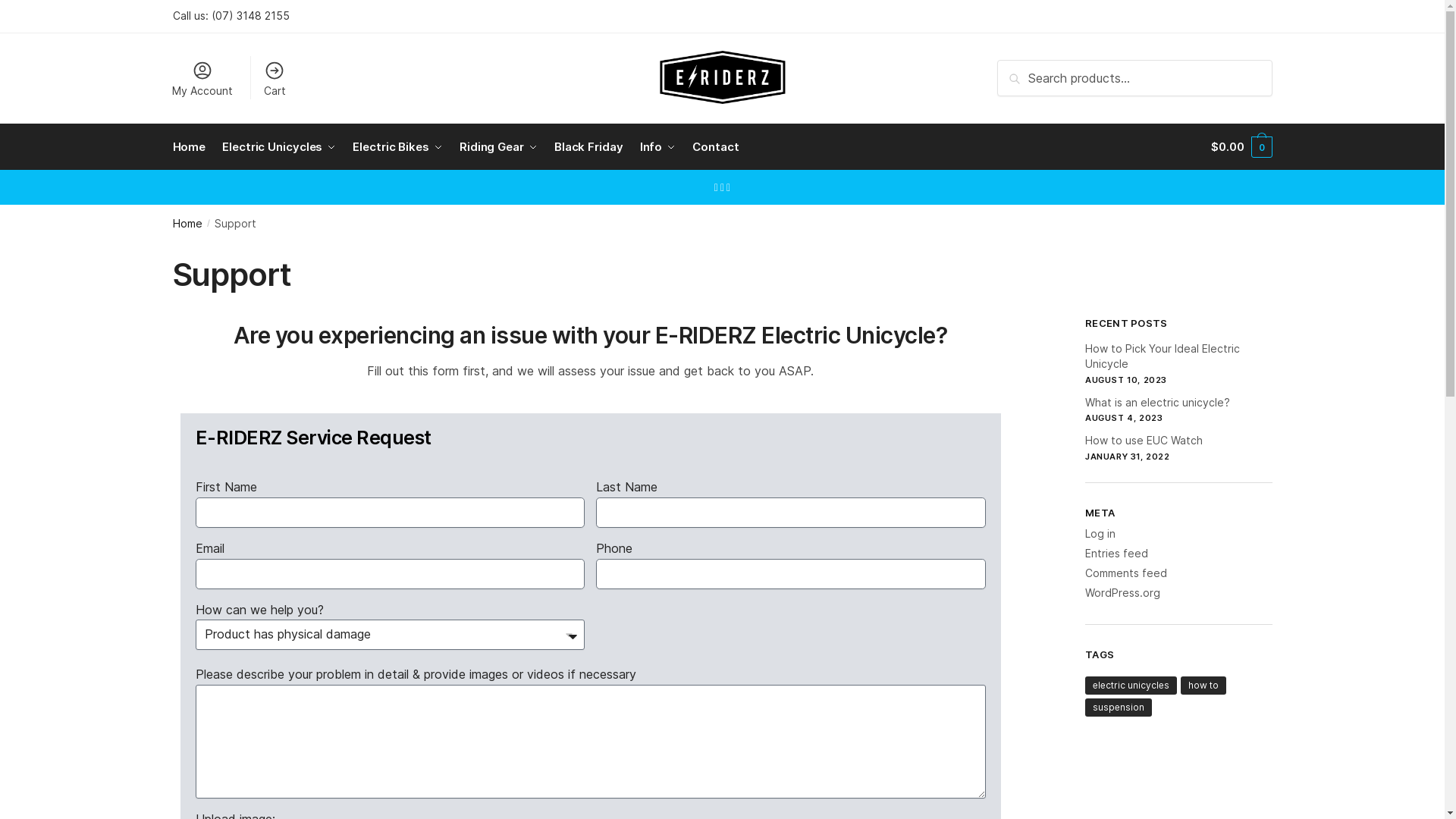  Describe the element at coordinates (192, 146) in the screenshot. I see `'Home'` at that location.